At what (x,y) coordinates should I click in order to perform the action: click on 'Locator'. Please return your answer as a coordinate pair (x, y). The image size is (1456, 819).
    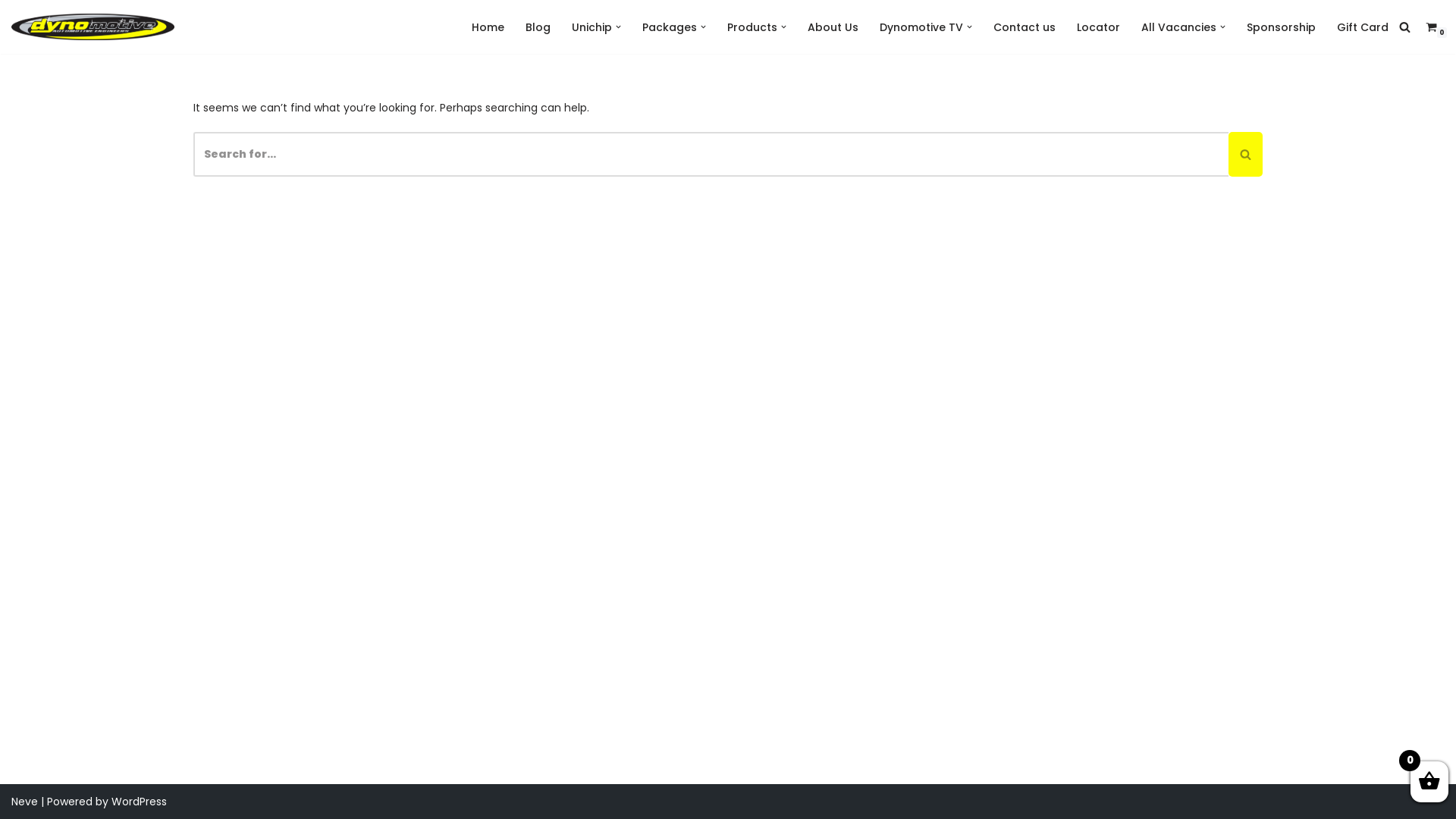
    Looking at the image, I should click on (1098, 27).